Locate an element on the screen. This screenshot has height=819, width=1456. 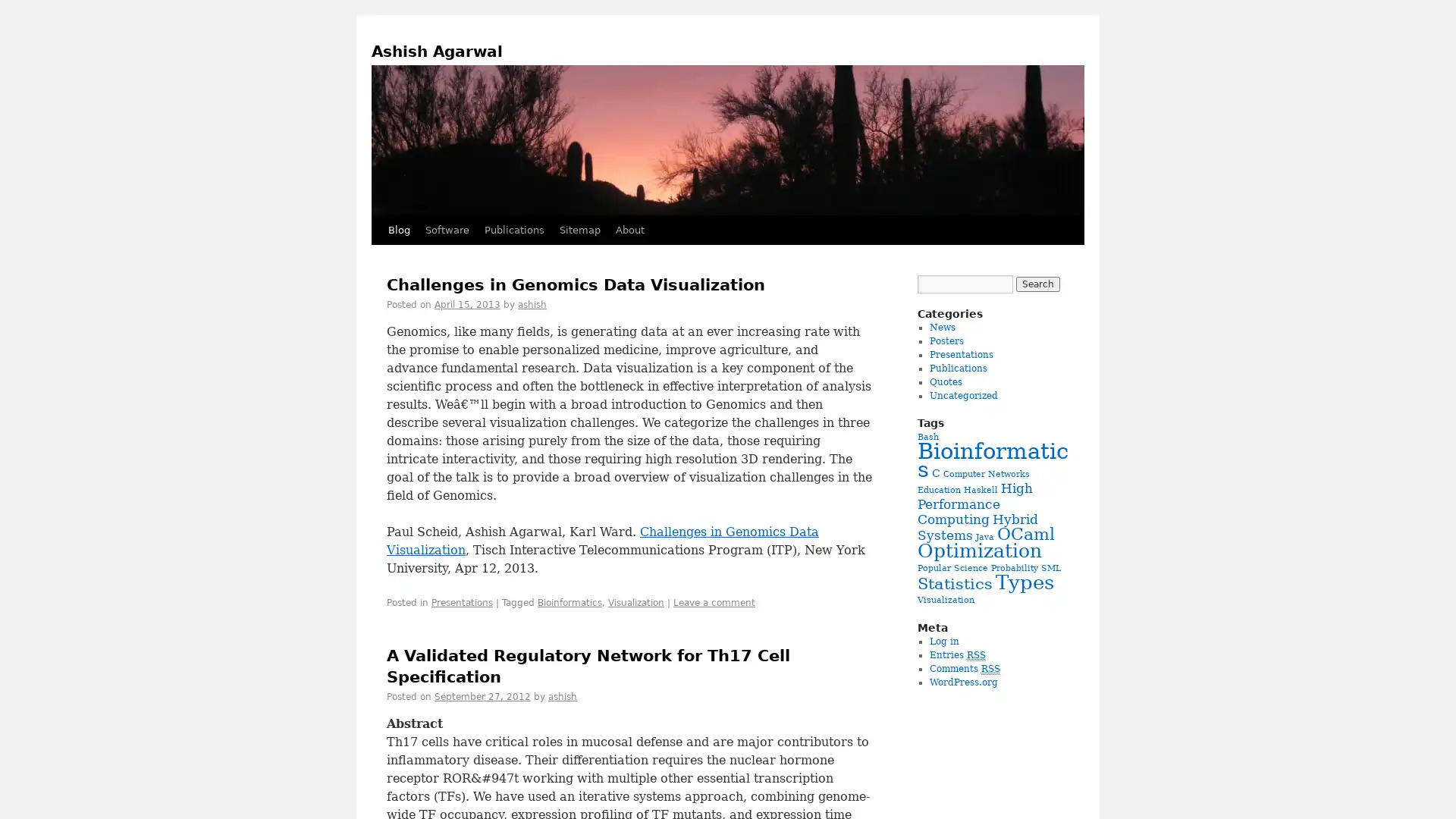
Search is located at coordinates (1037, 284).